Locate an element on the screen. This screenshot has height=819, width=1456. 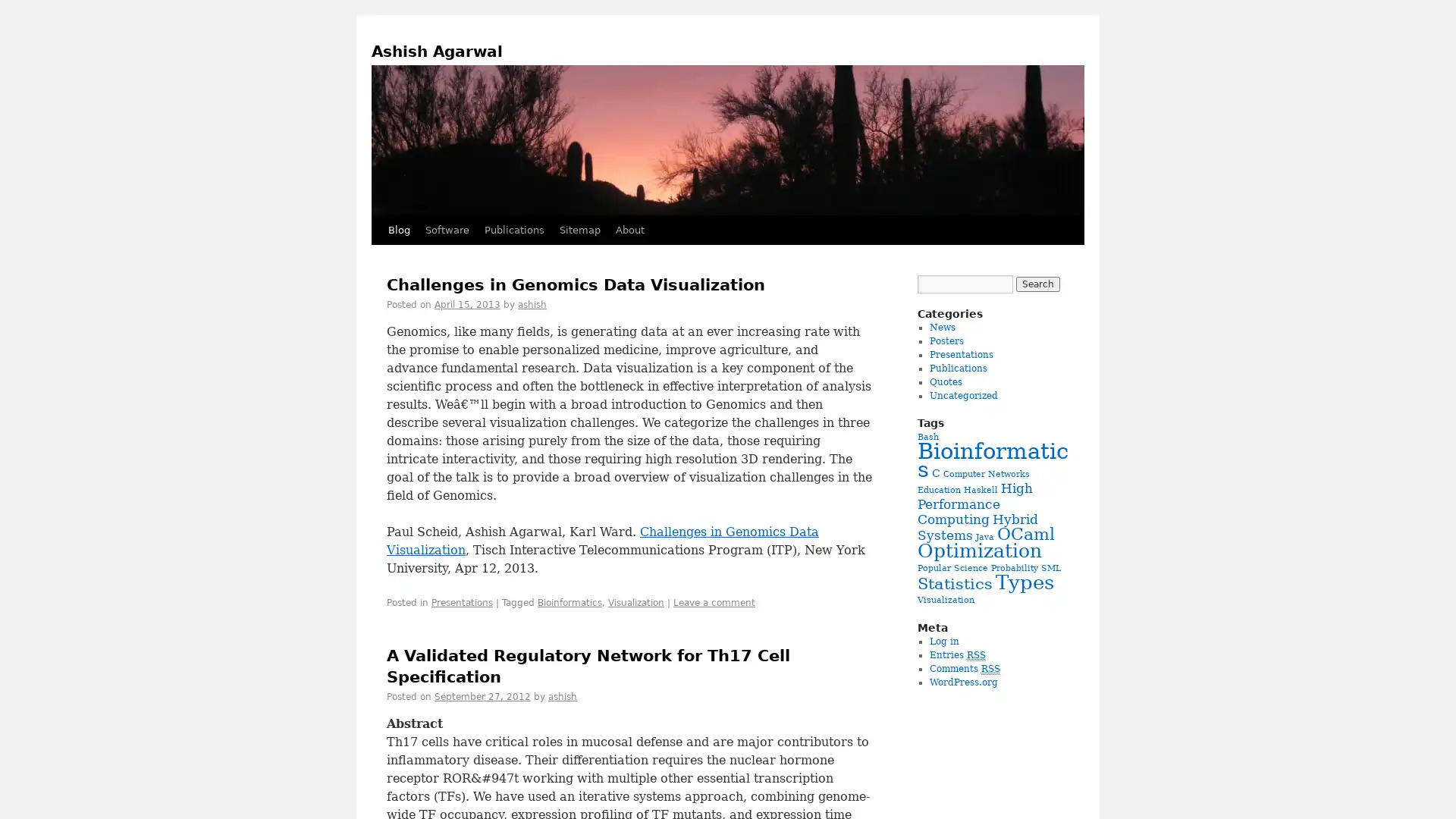
Search is located at coordinates (1037, 284).